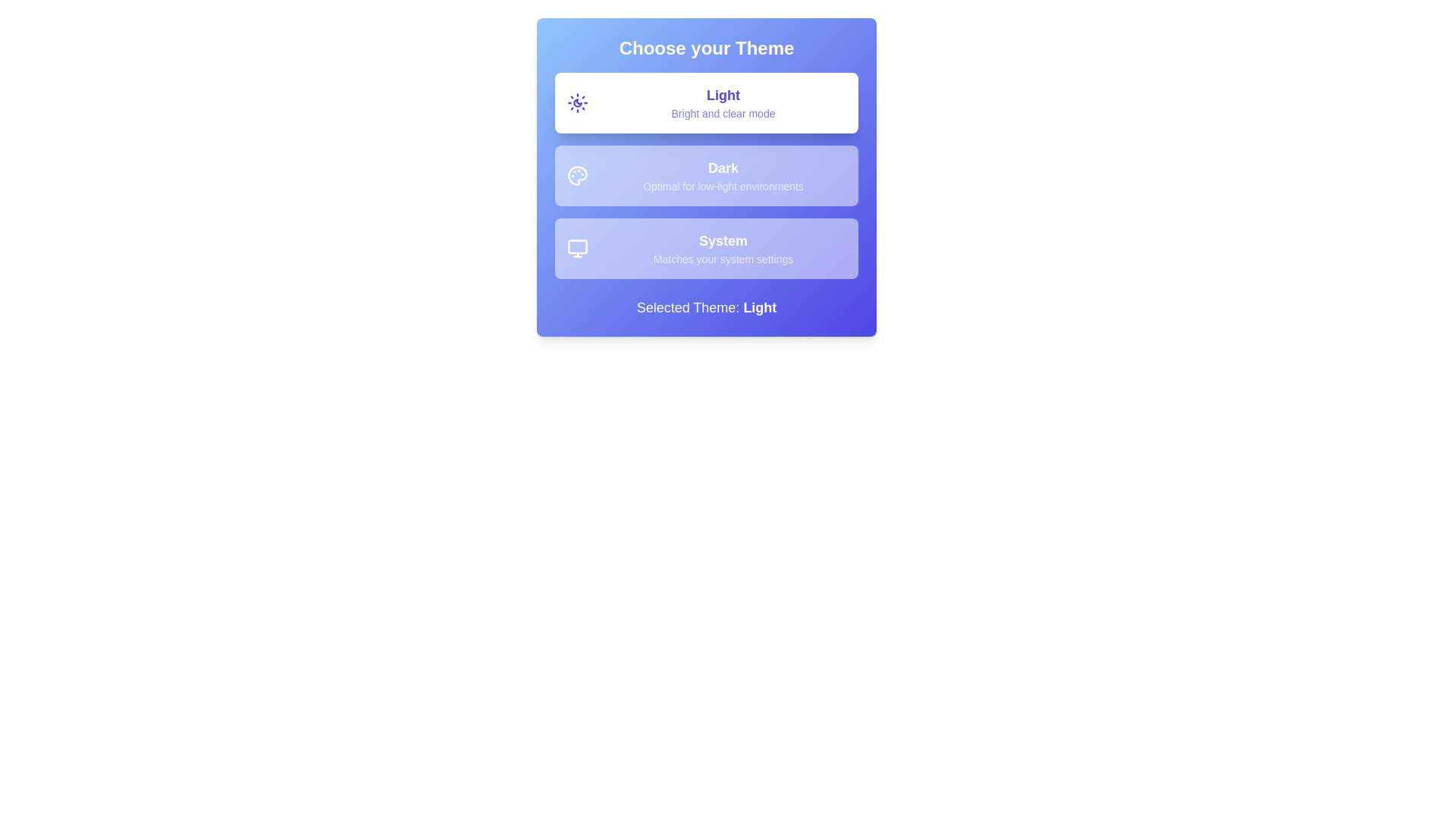  What do you see at coordinates (705, 247) in the screenshot?
I see `the theme System by clicking on its option` at bounding box center [705, 247].